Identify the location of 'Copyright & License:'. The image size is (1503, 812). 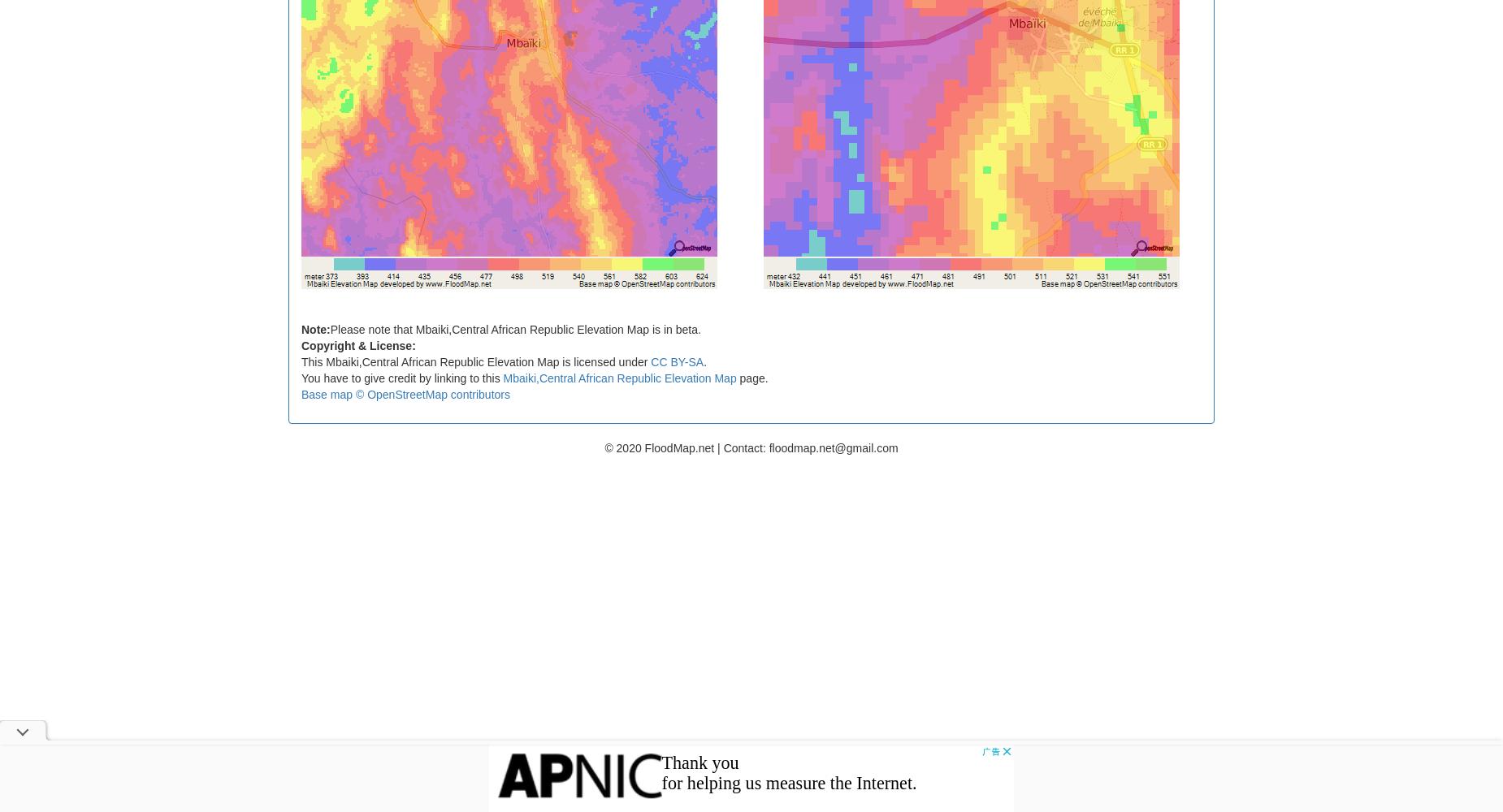
(300, 345).